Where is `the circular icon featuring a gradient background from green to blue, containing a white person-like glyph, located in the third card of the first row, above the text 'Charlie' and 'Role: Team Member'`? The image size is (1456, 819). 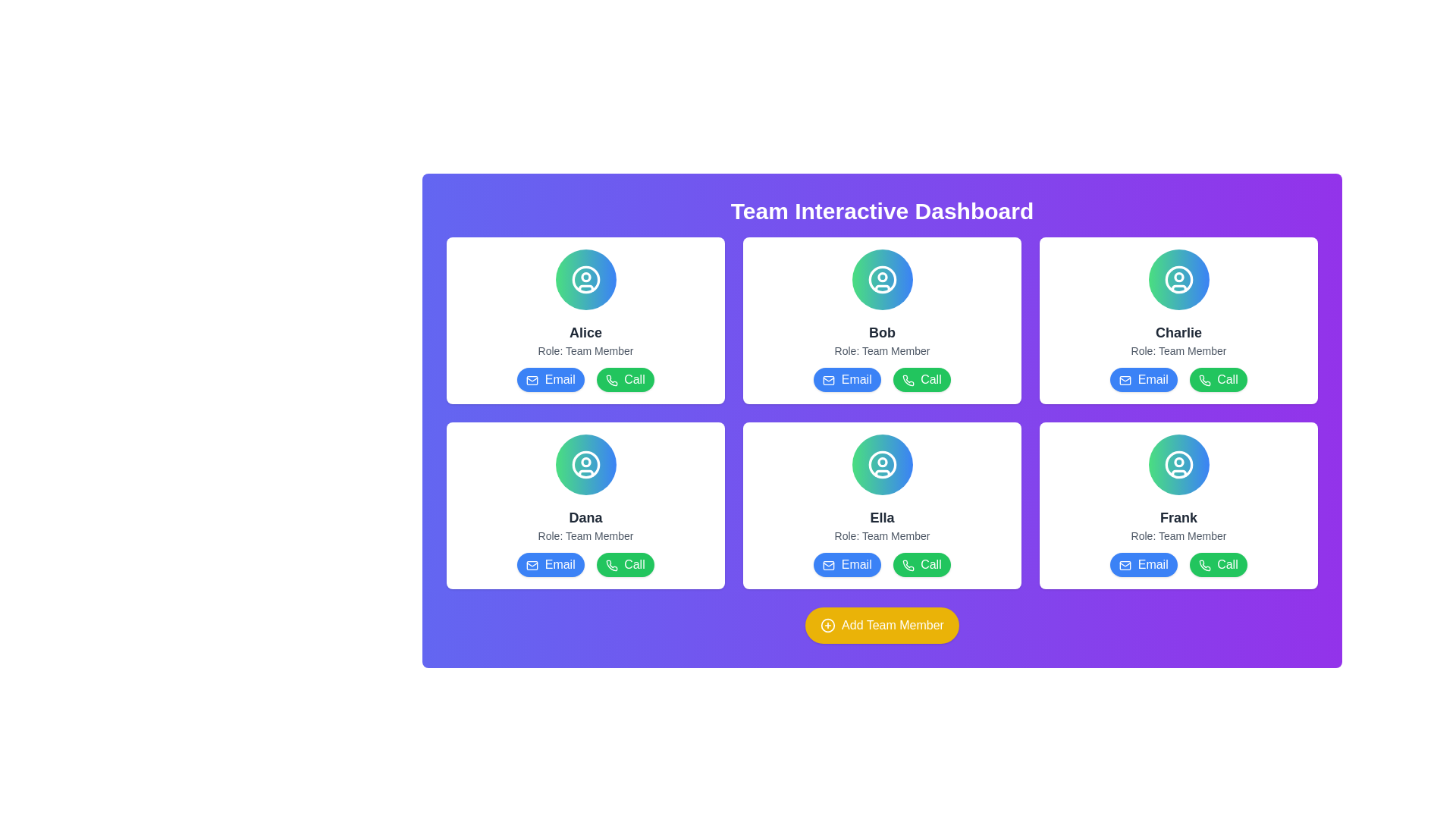
the circular icon featuring a gradient background from green to blue, containing a white person-like glyph, located in the third card of the first row, above the text 'Charlie' and 'Role: Team Member' is located at coordinates (1178, 280).